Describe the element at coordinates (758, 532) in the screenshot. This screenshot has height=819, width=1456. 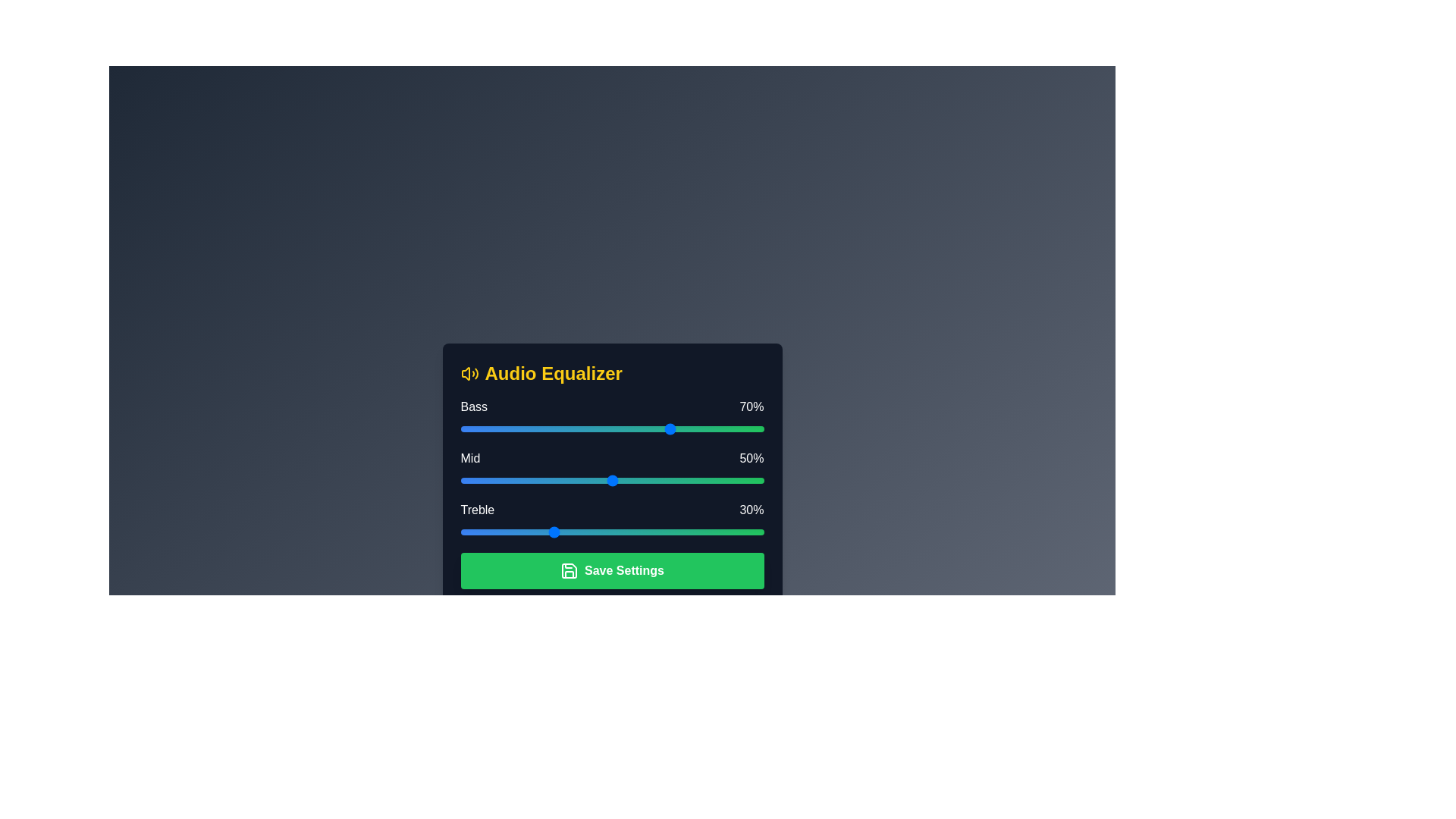
I see `the Treble slider to 98%` at that location.